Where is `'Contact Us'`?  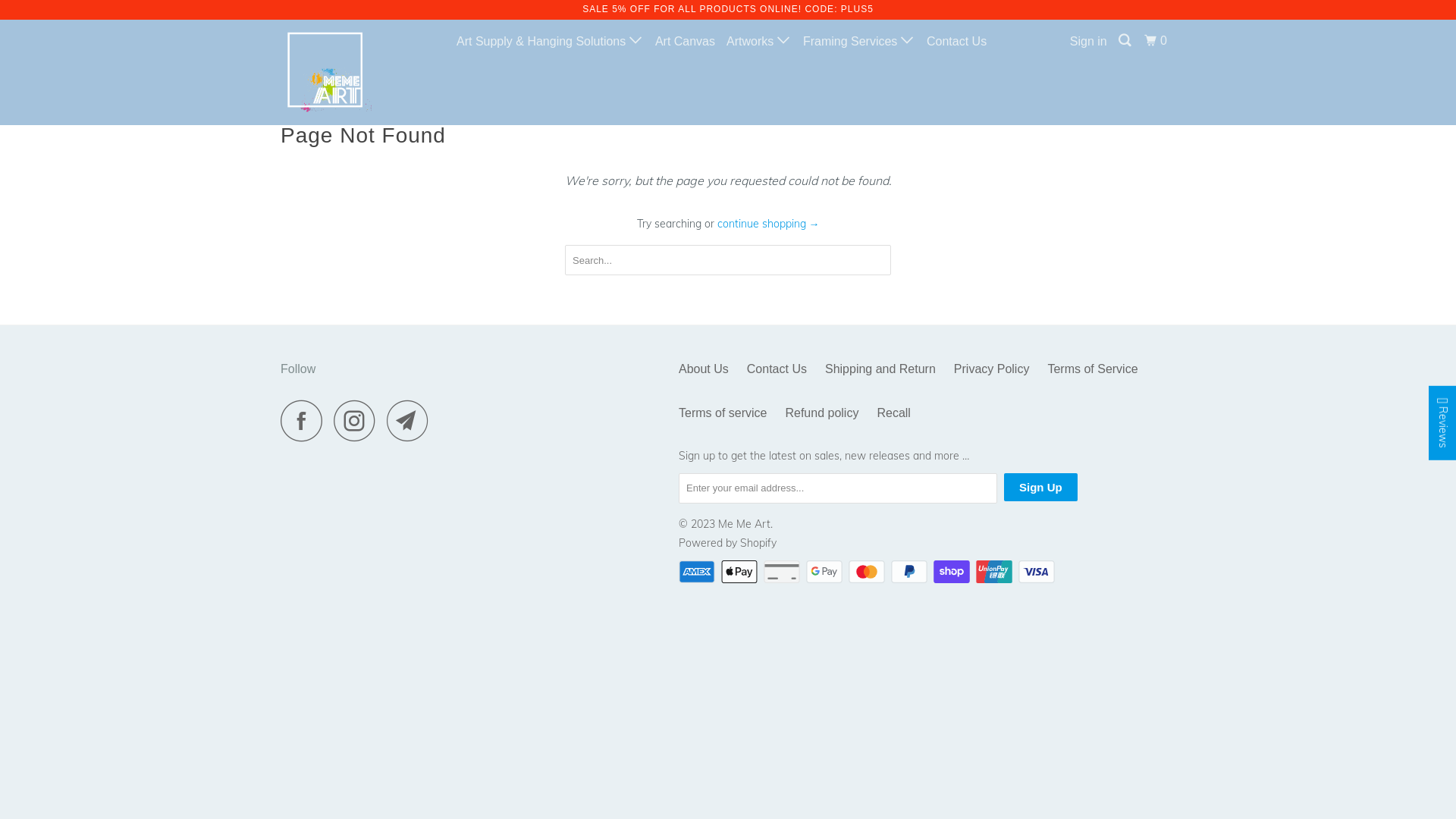
'Contact Us' is located at coordinates (777, 369).